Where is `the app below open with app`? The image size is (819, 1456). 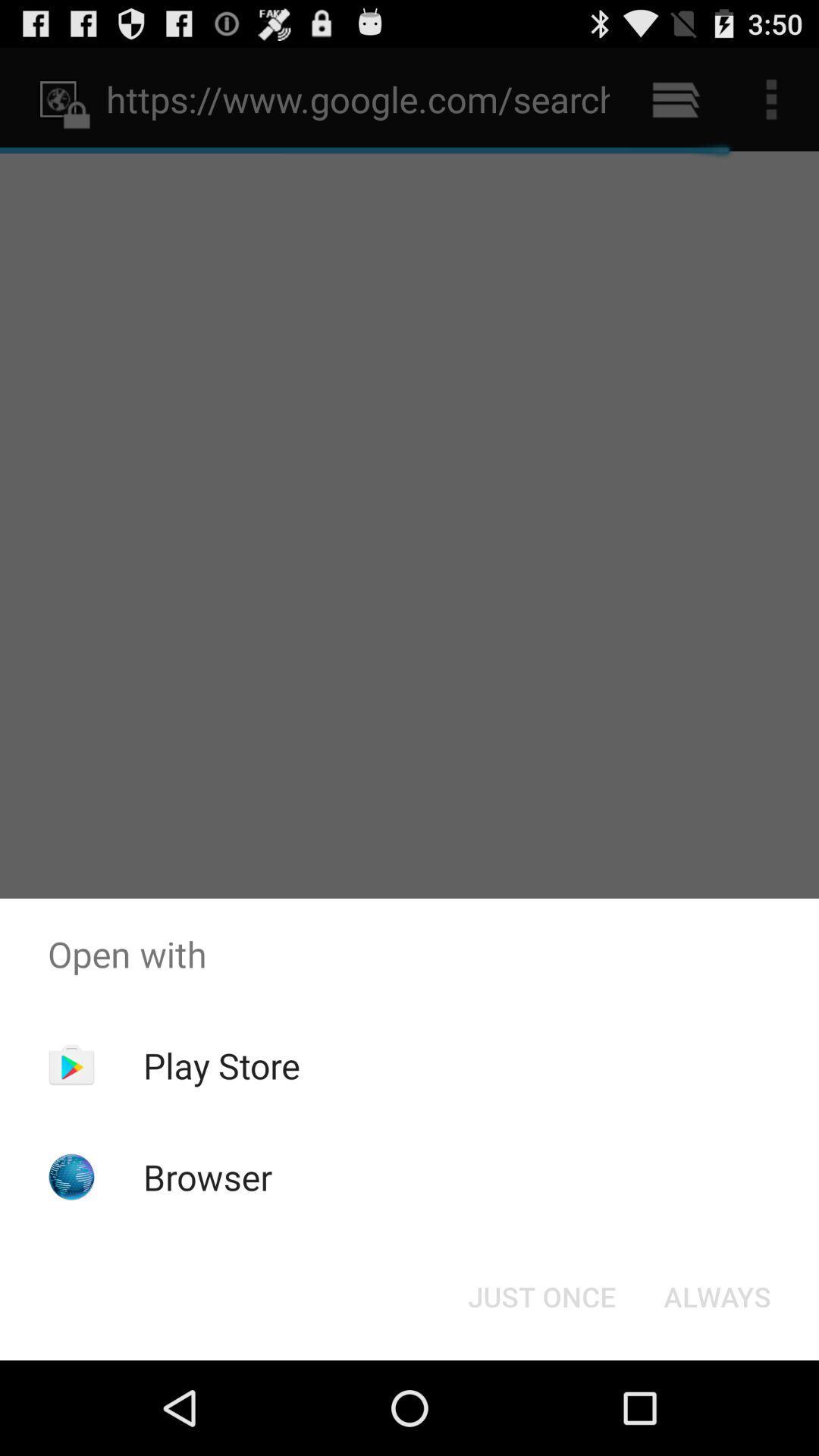 the app below open with app is located at coordinates (717, 1295).